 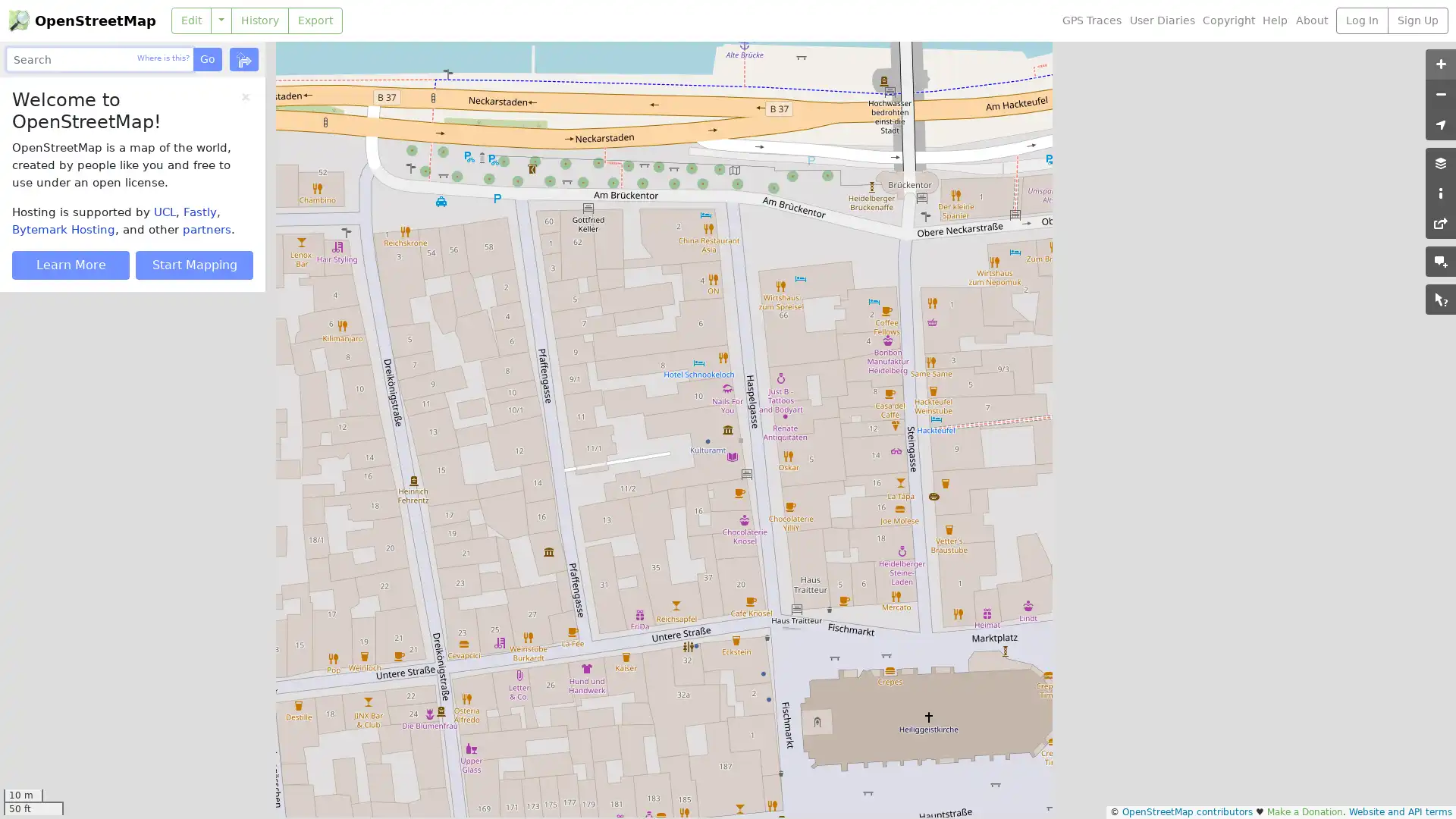 What do you see at coordinates (206, 58) in the screenshot?
I see `Go` at bounding box center [206, 58].